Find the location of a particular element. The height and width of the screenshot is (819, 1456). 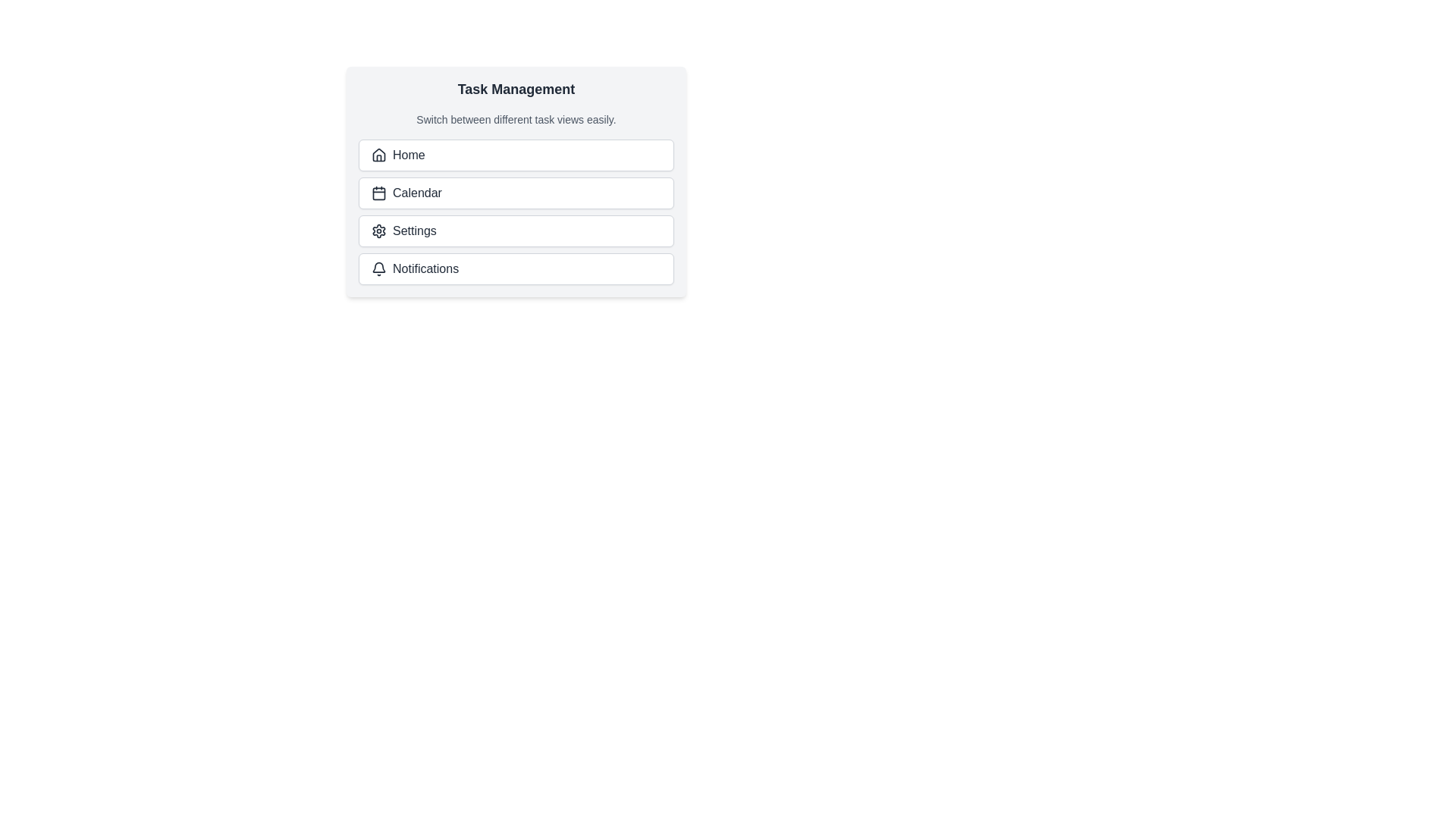

the notification icon located to the left of the 'Notifications' button, which serves as a symbolic representation for notifications is located at coordinates (378, 268).